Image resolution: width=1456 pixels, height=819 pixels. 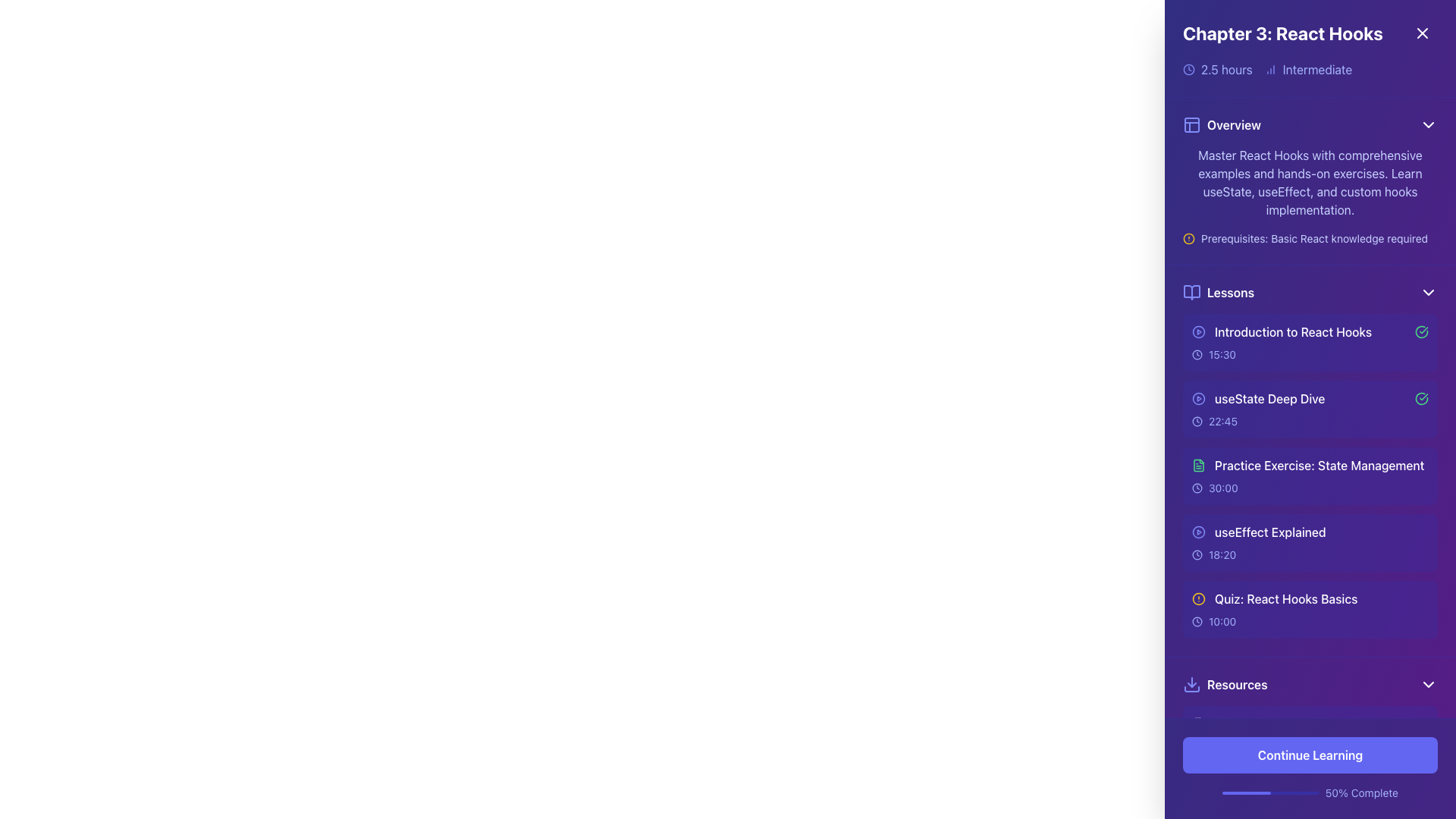 I want to click on the lesson item titled 'useEffect Explained' in the 'Lessons' sidebar, so click(x=1310, y=532).